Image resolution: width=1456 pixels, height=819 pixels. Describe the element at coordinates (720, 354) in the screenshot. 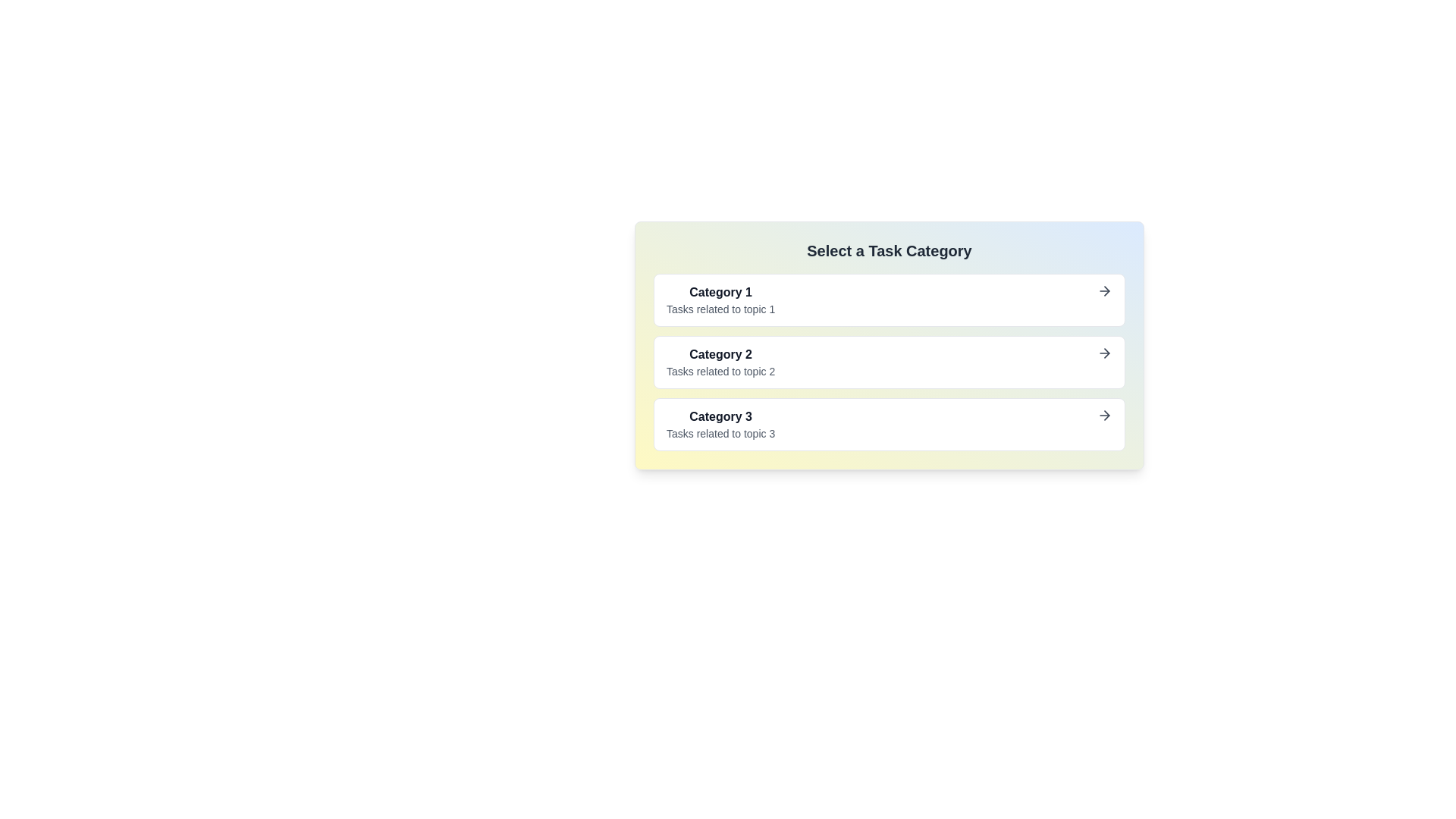

I see `the text label element displaying 'Category 2', which is the second item in a vertically stacked list of categories, positioned between 'Category 1' and 'Category 3'` at that location.